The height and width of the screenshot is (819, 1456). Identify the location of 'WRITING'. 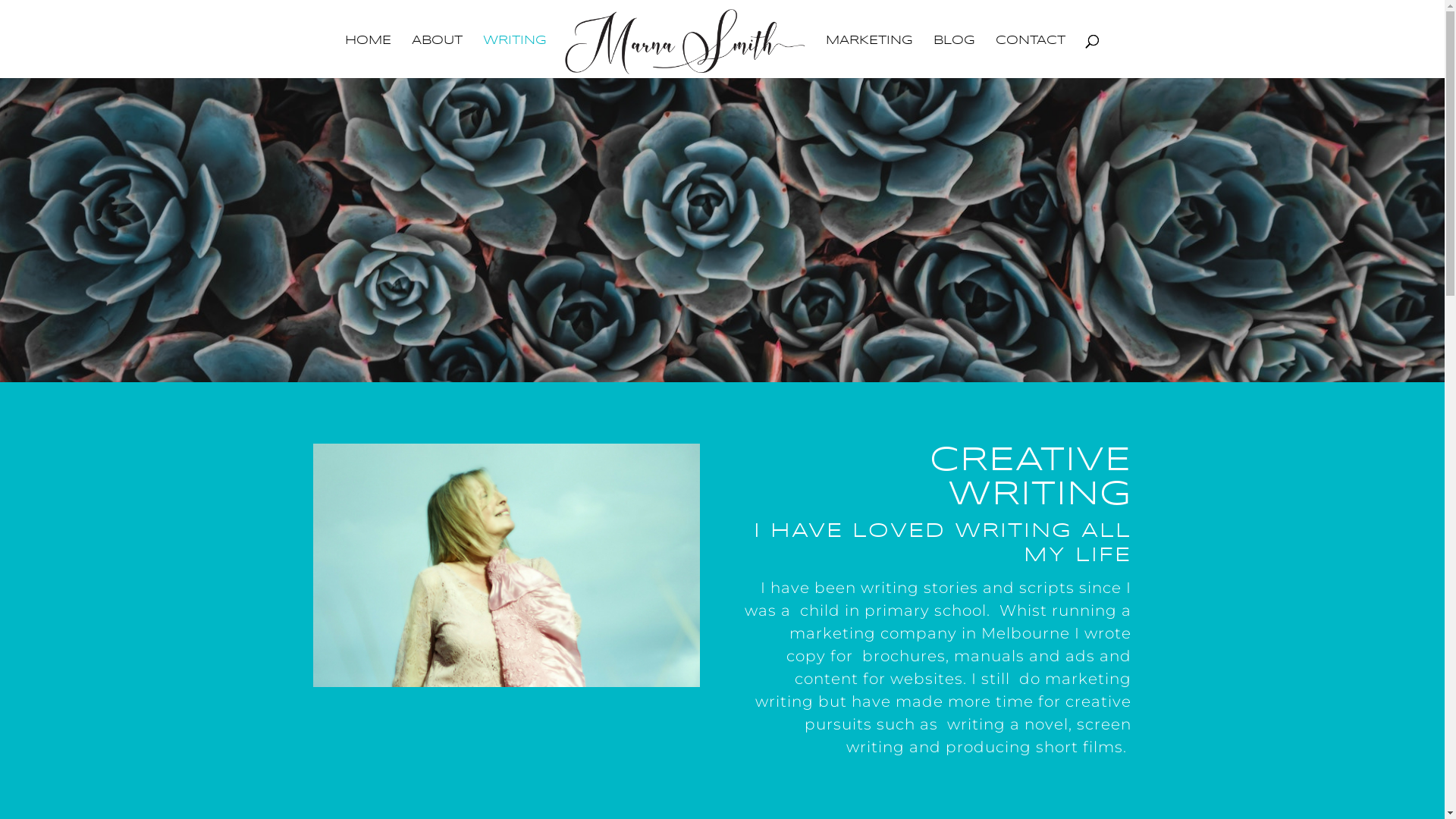
(514, 55).